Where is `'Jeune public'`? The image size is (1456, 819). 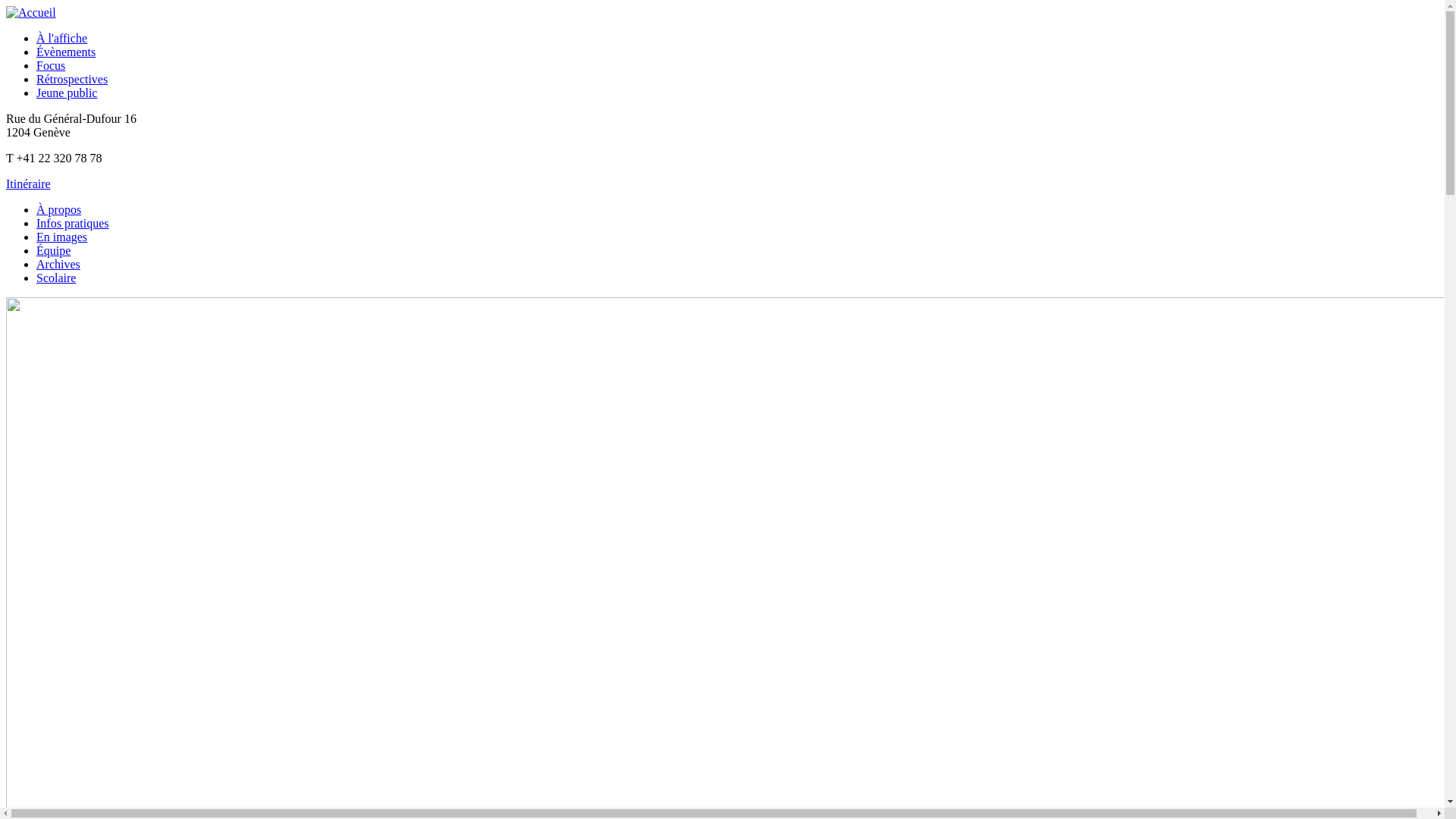 'Jeune public' is located at coordinates (65, 93).